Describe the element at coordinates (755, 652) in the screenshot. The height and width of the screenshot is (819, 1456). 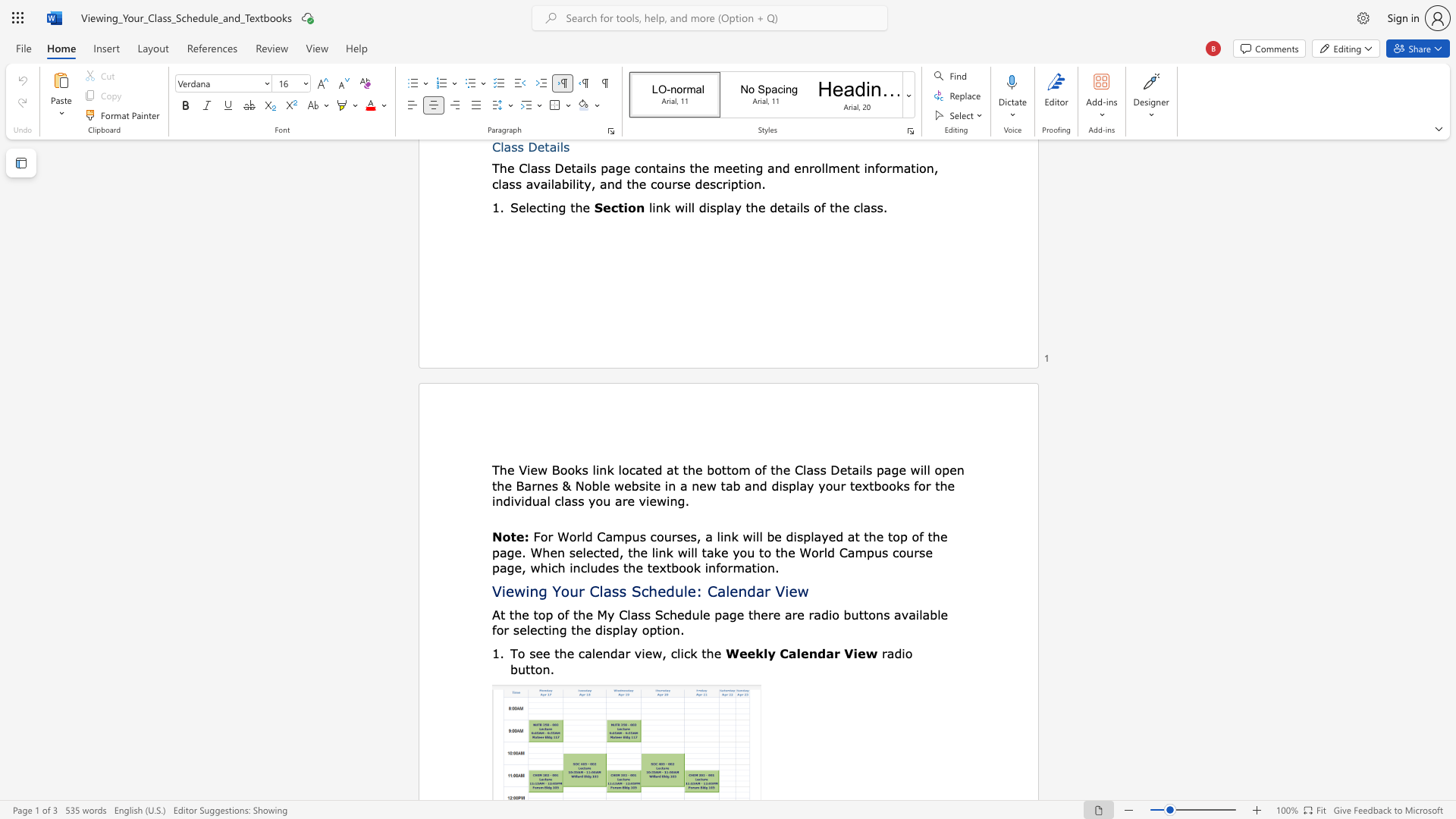
I see `the subset text "kly Cale" within the text "Weekly Calendar View"` at that location.